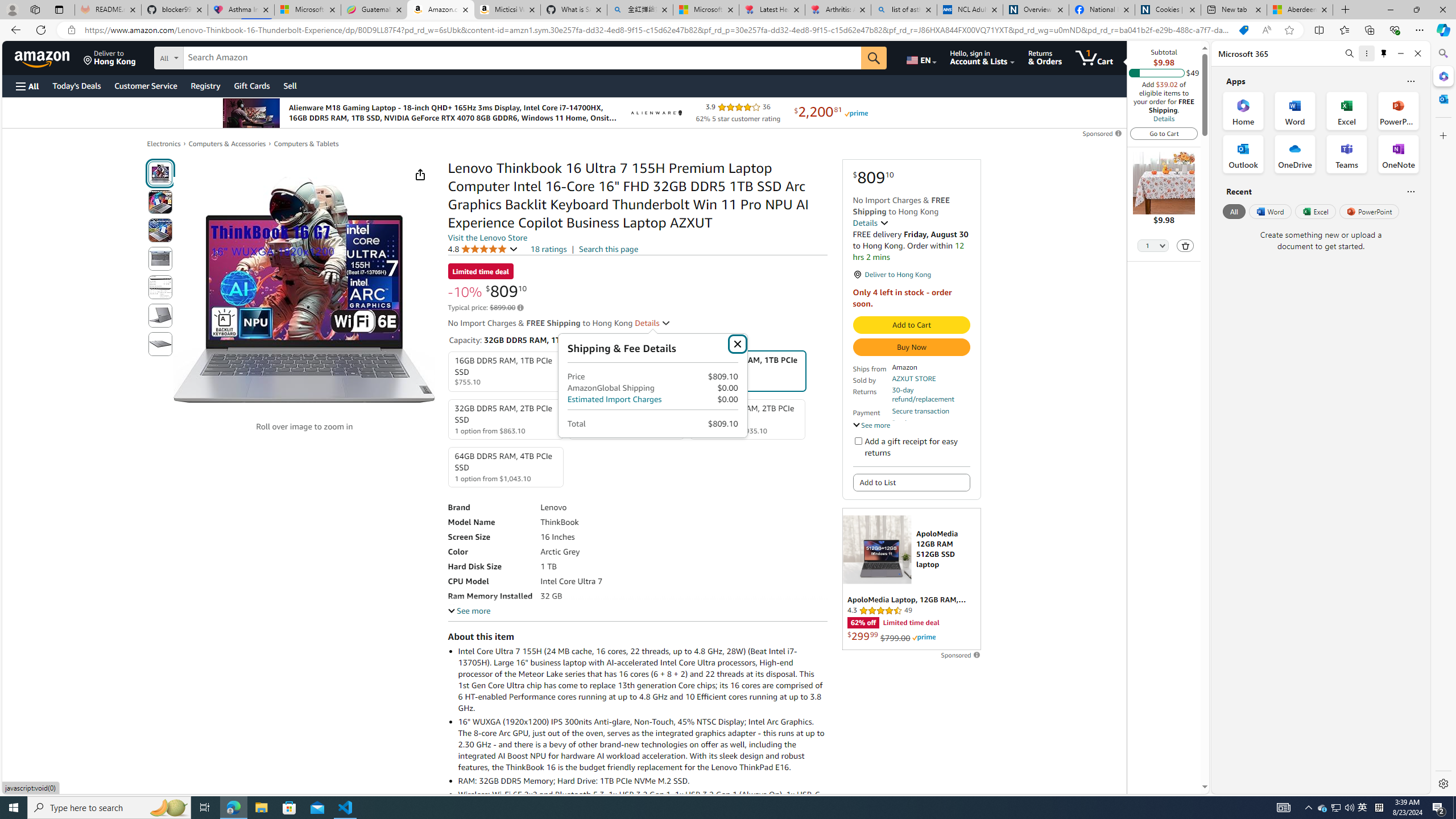  I want to click on 'Computers & Tablets', so click(306, 143).